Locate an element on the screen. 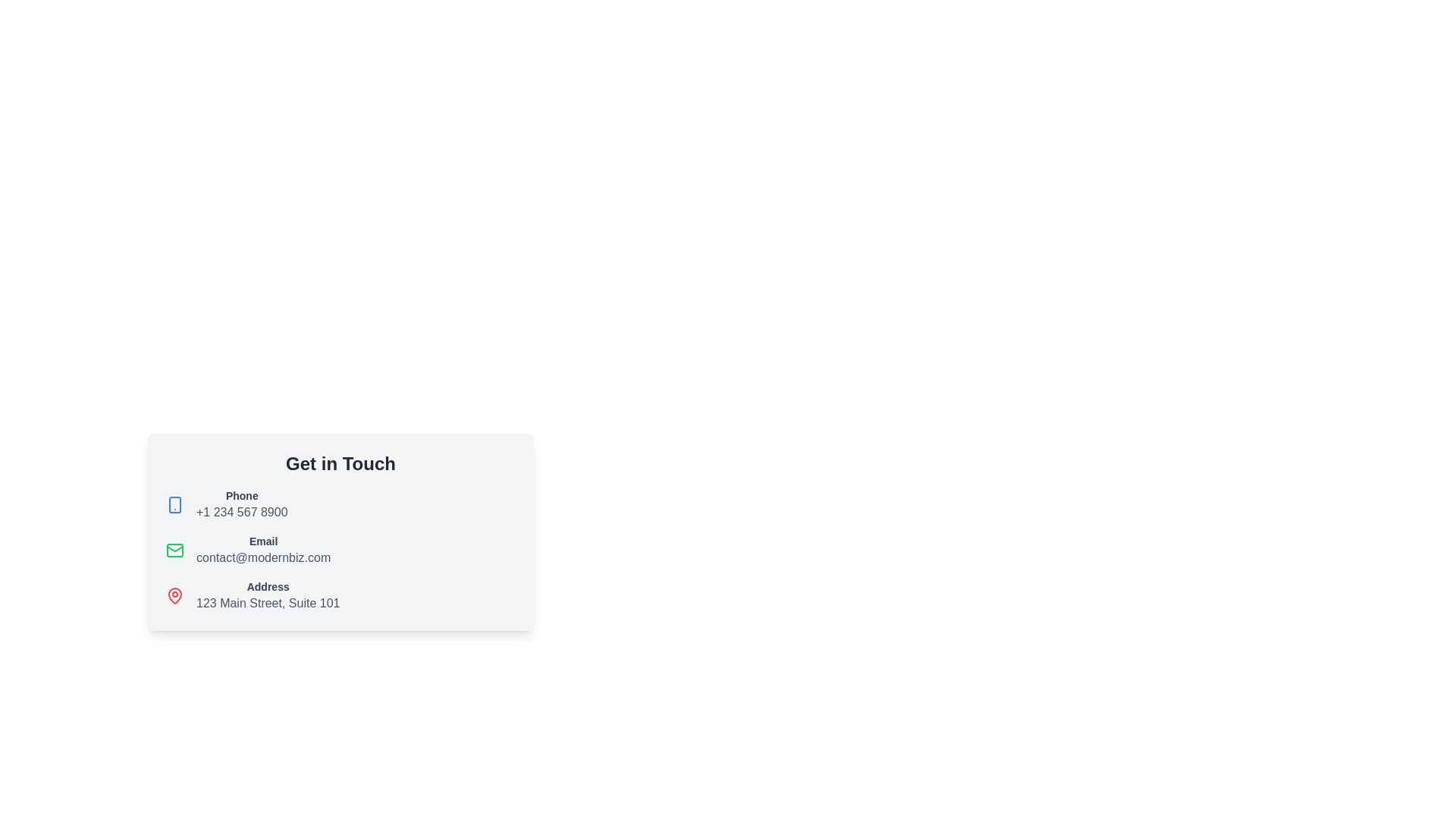  the green envelope icon located in the Email section of the contact card below the 'Get in Touch' heading, which is the second icon in the vertical arrangement of contact symbols is located at coordinates (174, 548).